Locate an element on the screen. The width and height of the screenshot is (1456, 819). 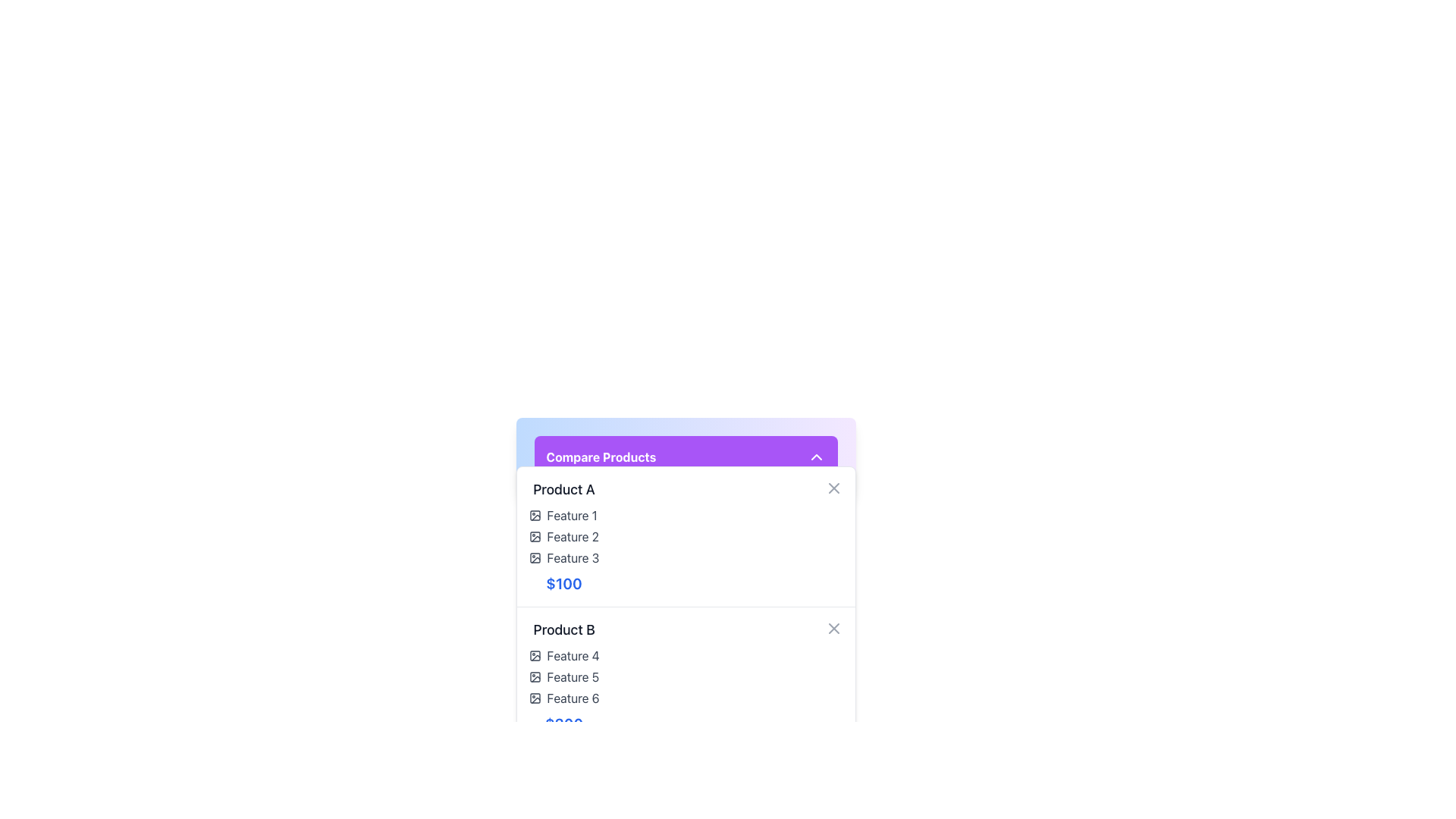
any feature in the informational list associated with 'Product B' to focus on it is located at coordinates (563, 676).